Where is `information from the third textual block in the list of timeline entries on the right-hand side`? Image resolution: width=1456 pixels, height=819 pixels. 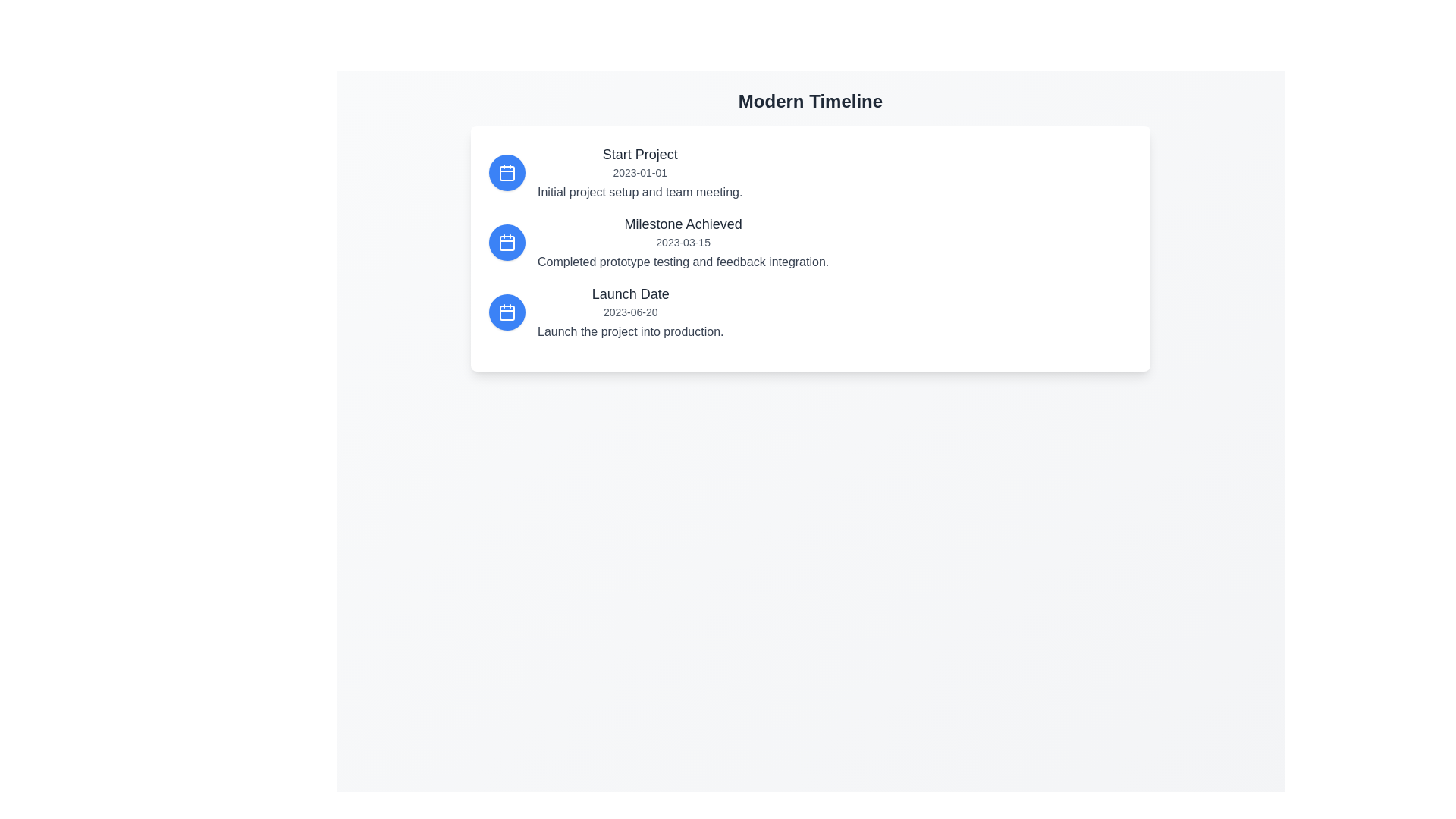 information from the third textual block in the list of timeline entries on the right-hand side is located at coordinates (630, 312).